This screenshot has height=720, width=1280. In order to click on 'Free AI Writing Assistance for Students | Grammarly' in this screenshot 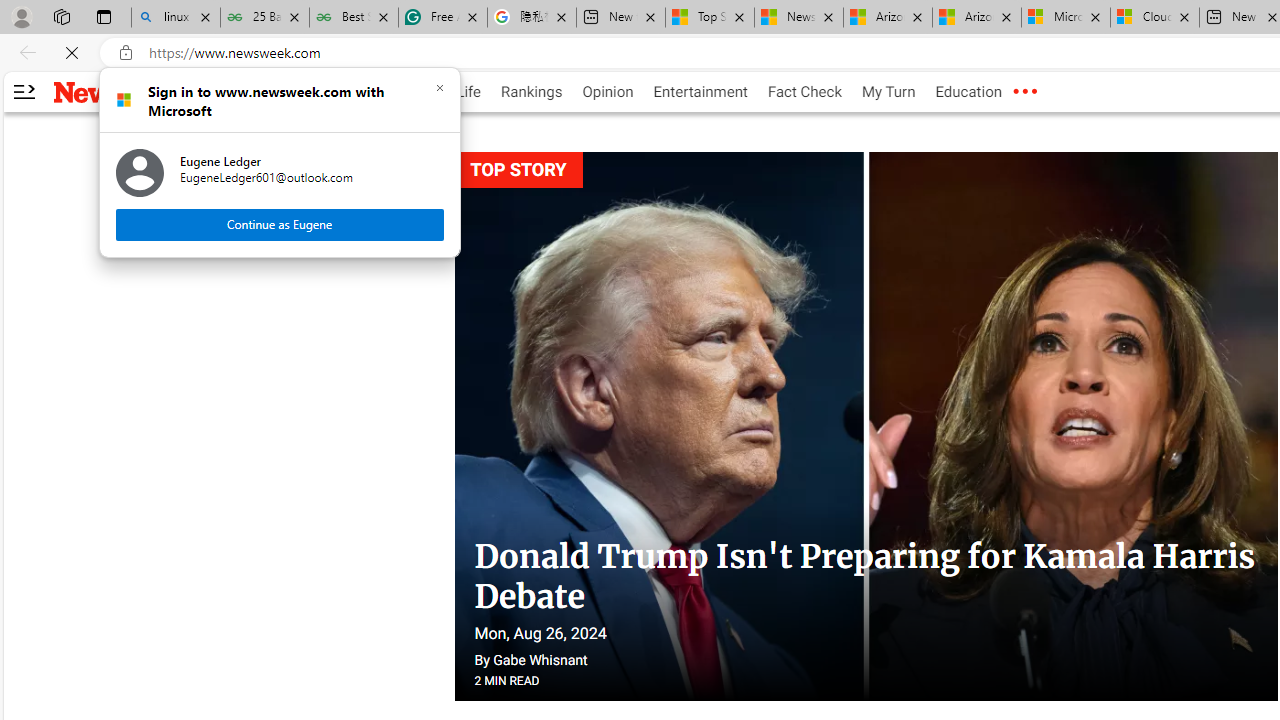, I will do `click(442, 17)`.